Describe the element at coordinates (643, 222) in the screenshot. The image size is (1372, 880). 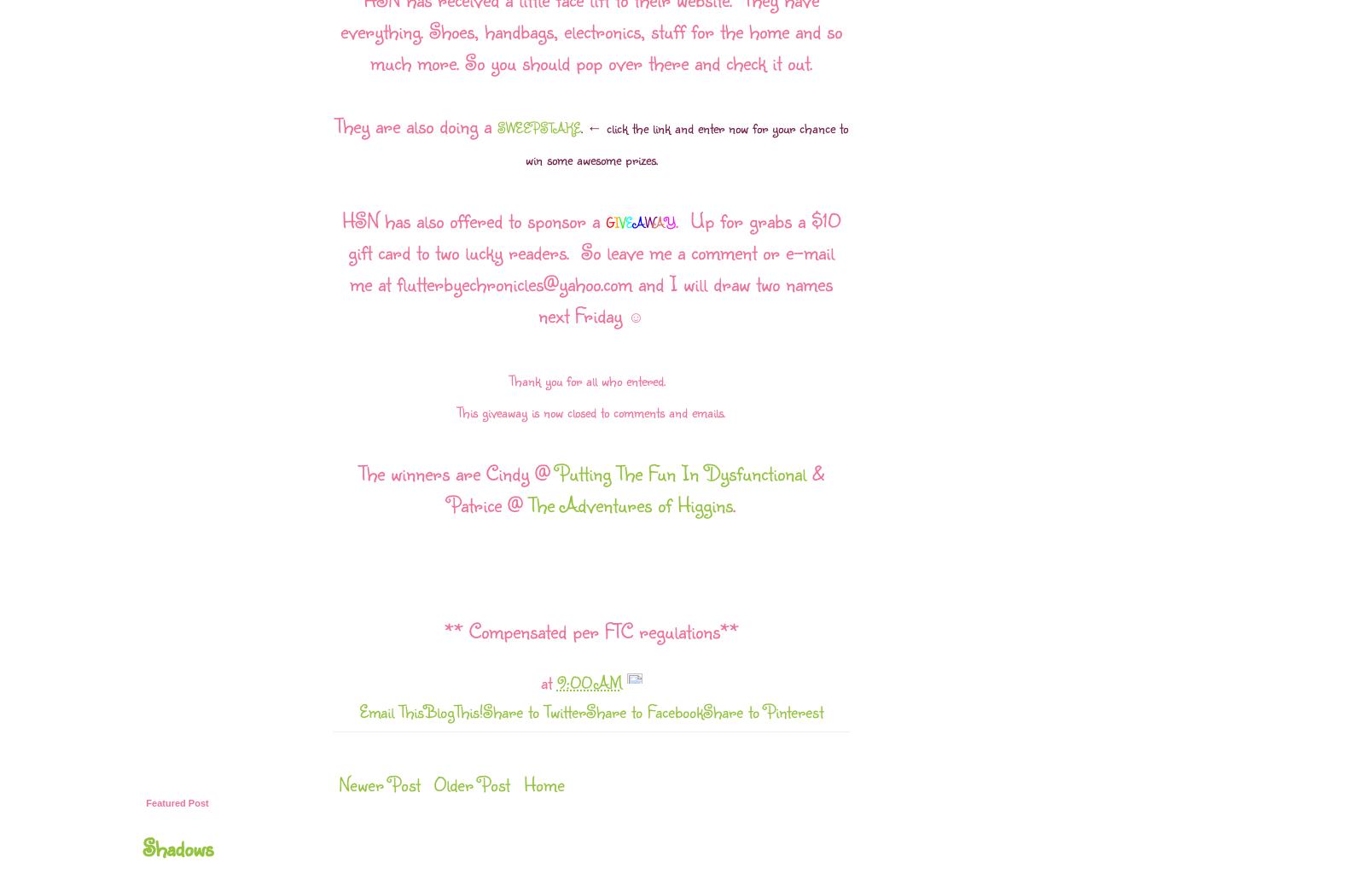
I see `'W'` at that location.